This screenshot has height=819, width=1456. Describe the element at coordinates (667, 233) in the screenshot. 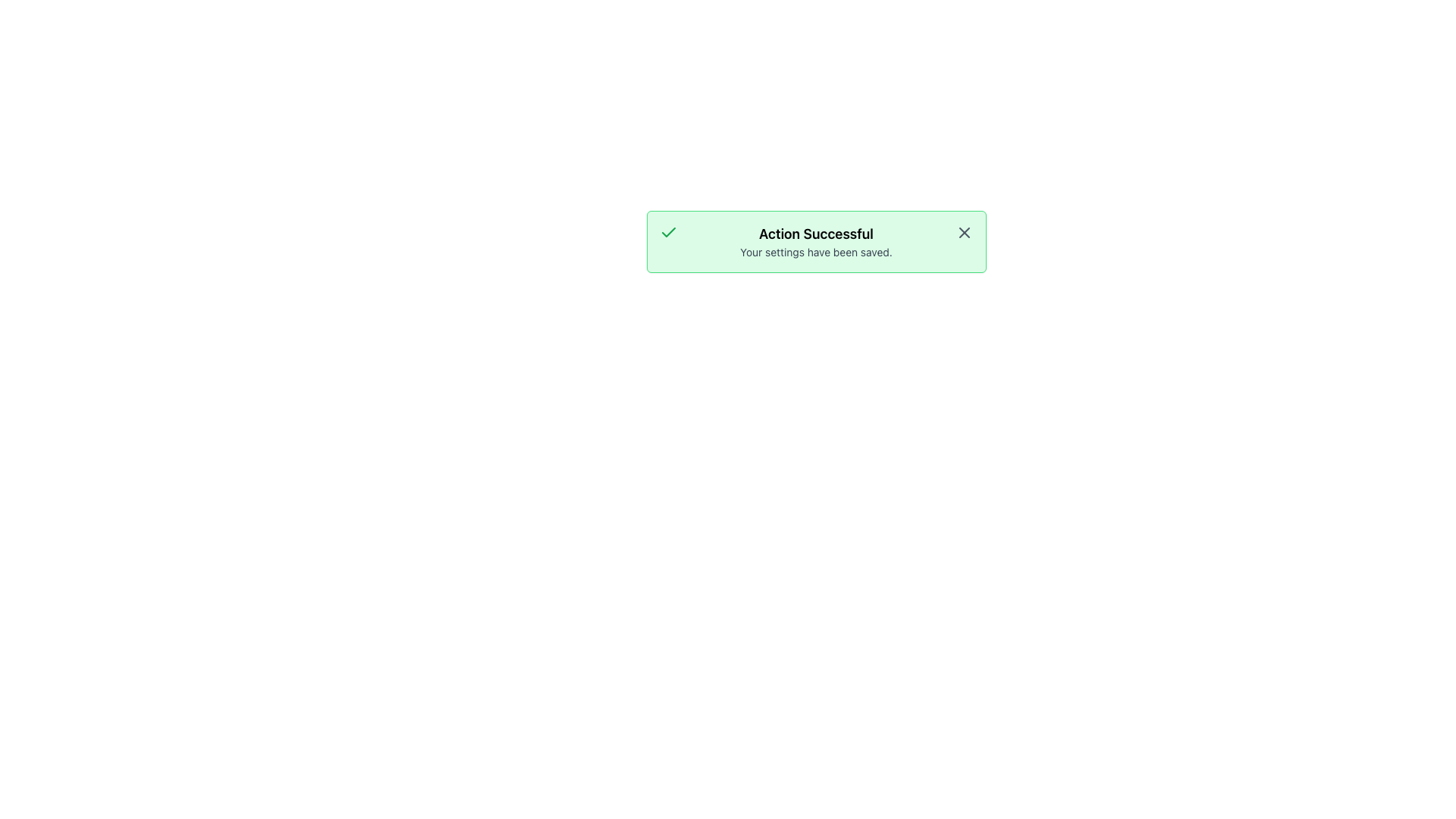

I see `the success icon located at the left edge of the message box with rounded corners and a light green background` at that location.